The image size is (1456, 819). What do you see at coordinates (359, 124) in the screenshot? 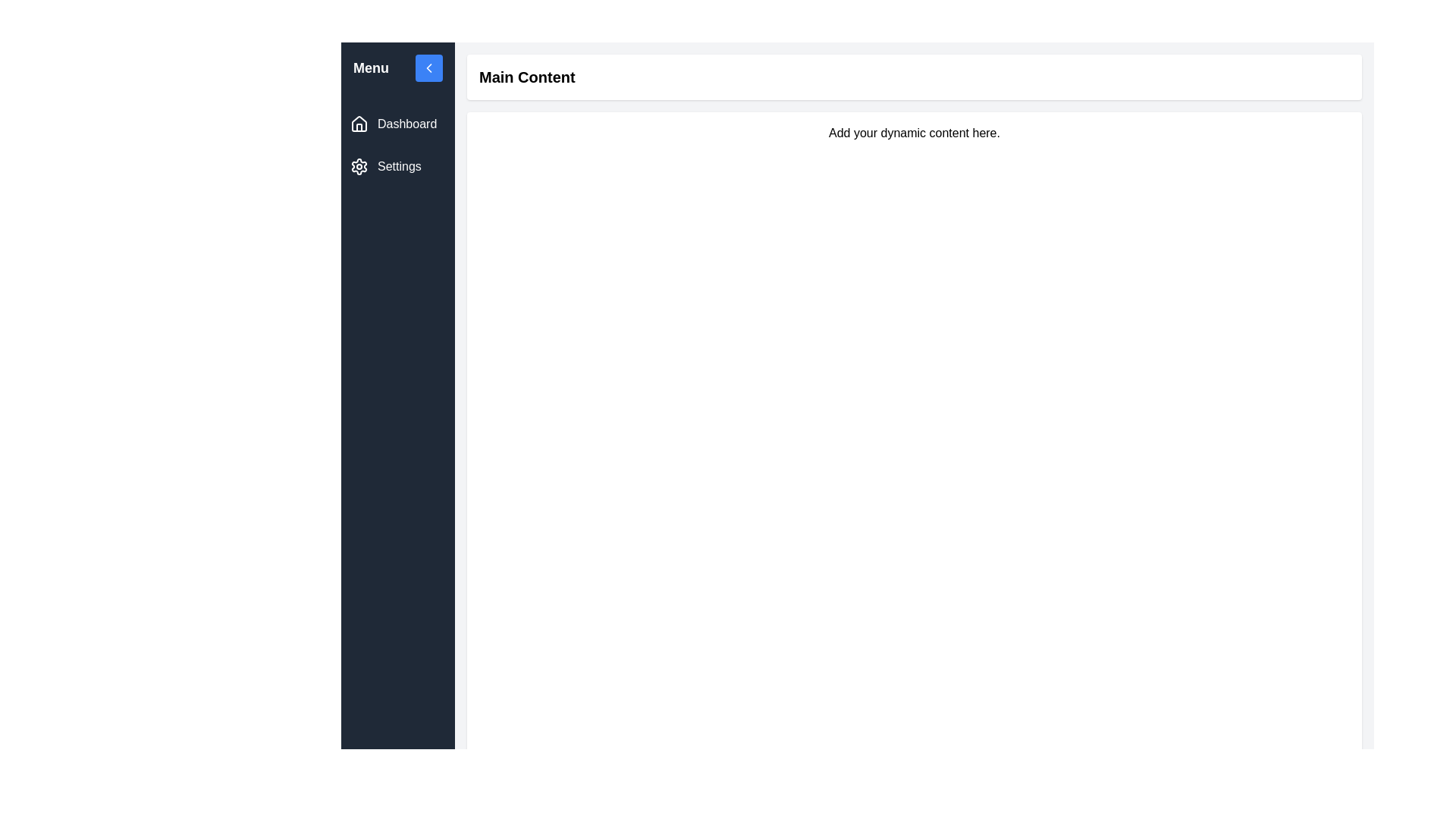
I see `the house-shaped icon located in the leftmost column of the navigation bar, adjacent to the 'Dashboard' text for accessibility navigation` at bounding box center [359, 124].